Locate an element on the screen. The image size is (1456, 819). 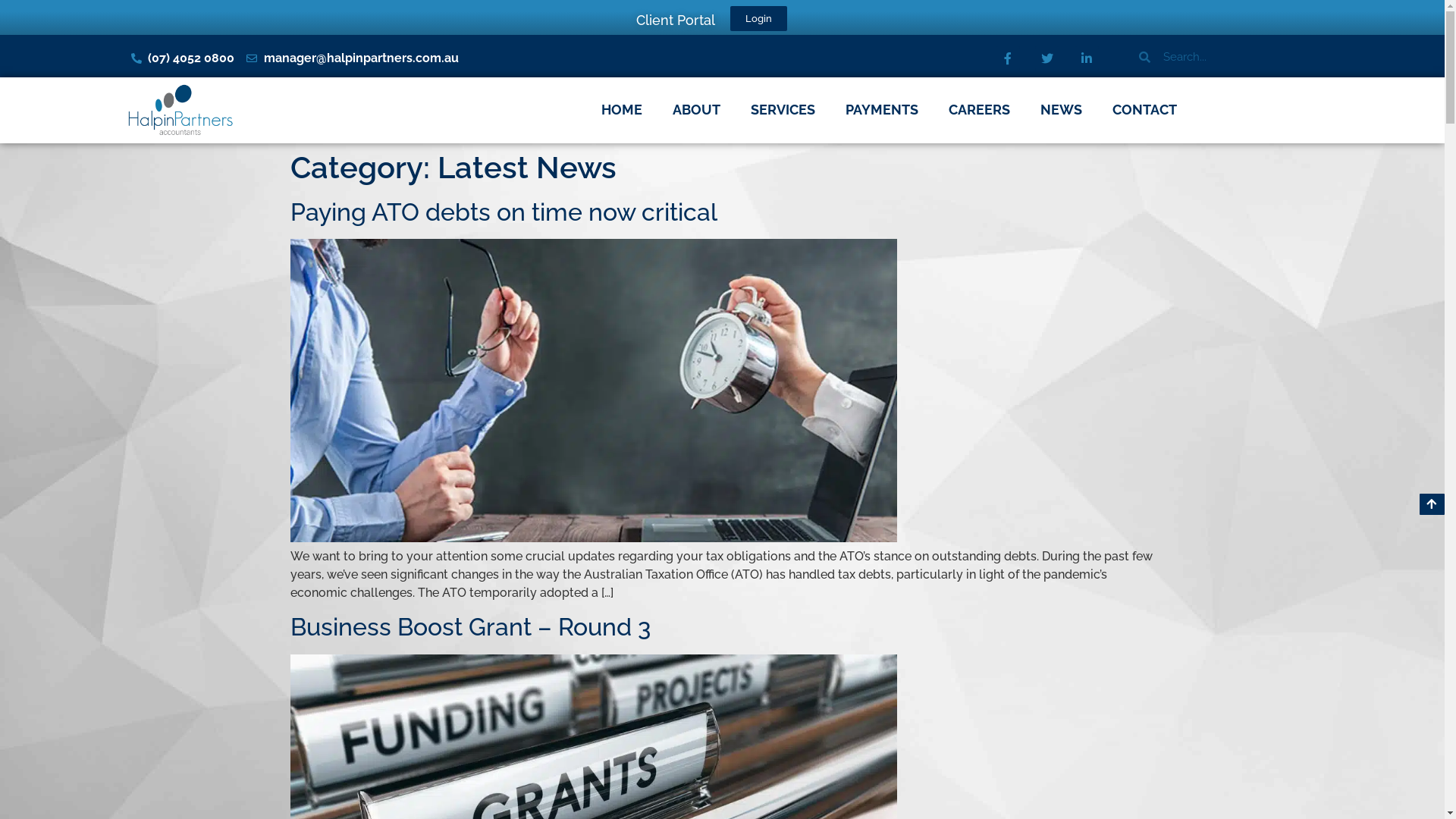
'CONTACT' is located at coordinates (1144, 109).